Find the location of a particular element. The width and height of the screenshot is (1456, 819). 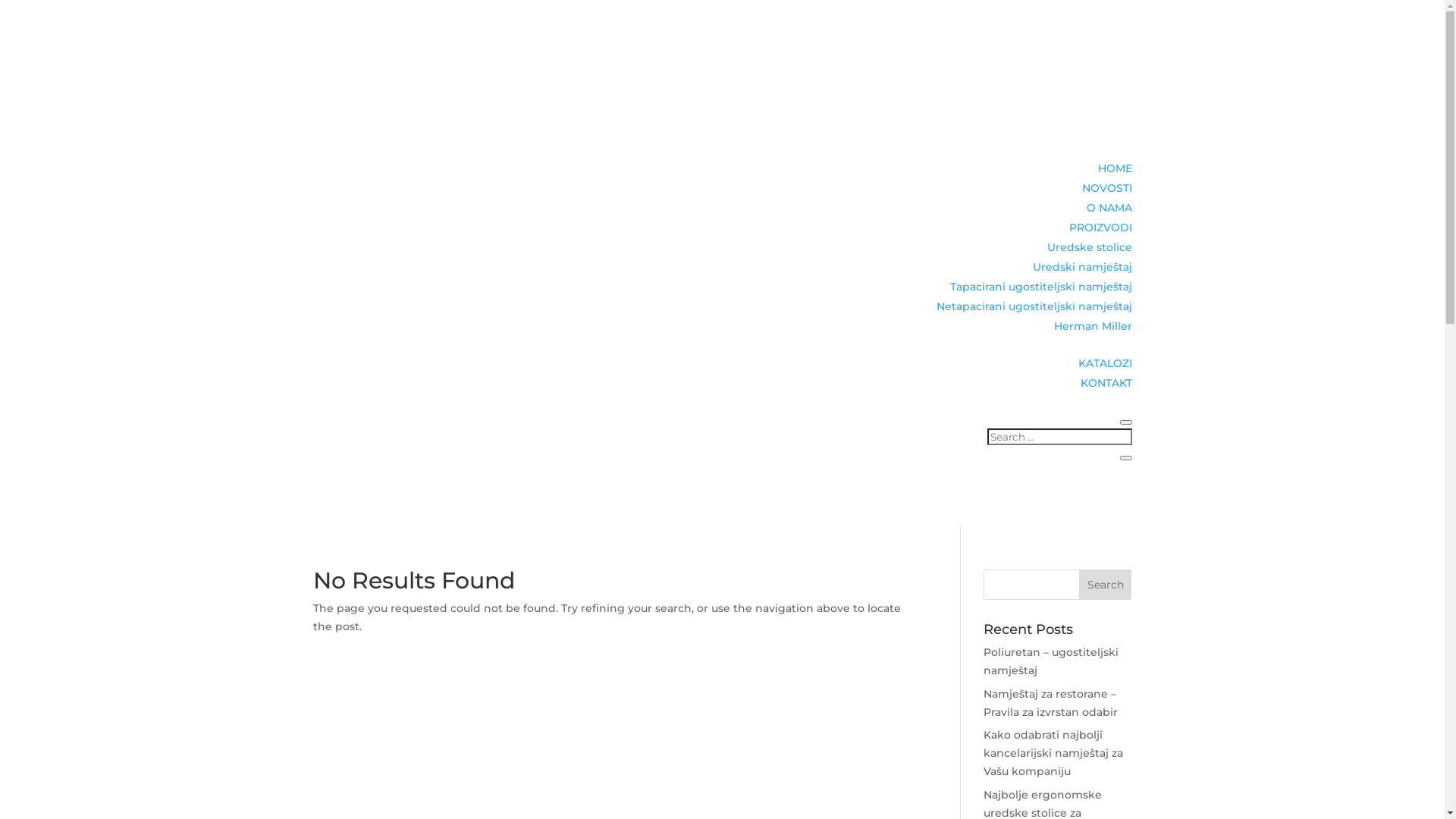

'KONTAKT' is located at coordinates (1106, 382).